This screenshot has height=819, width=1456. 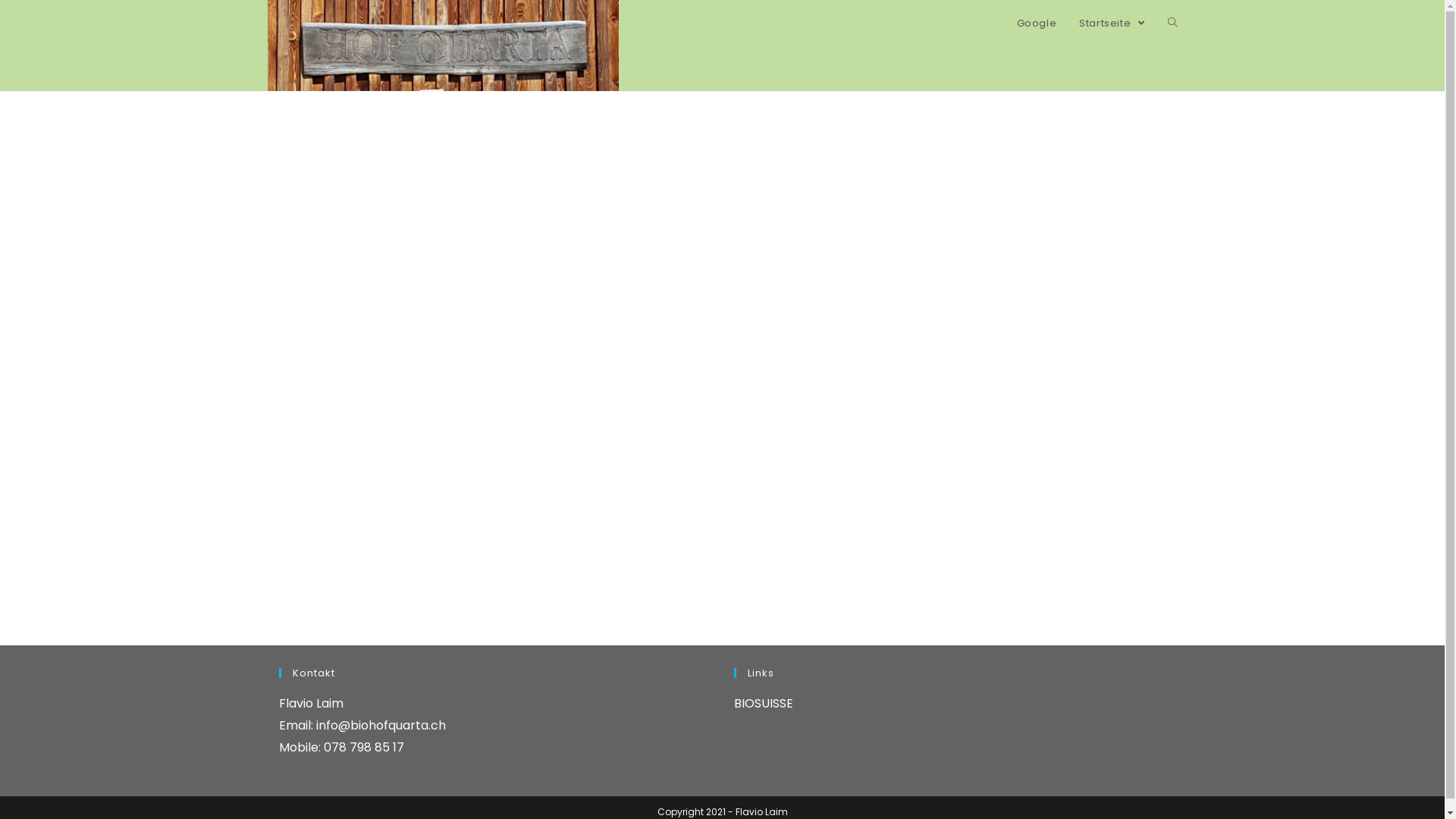 What do you see at coordinates (1066, 23) in the screenshot?
I see `'Startseite'` at bounding box center [1066, 23].